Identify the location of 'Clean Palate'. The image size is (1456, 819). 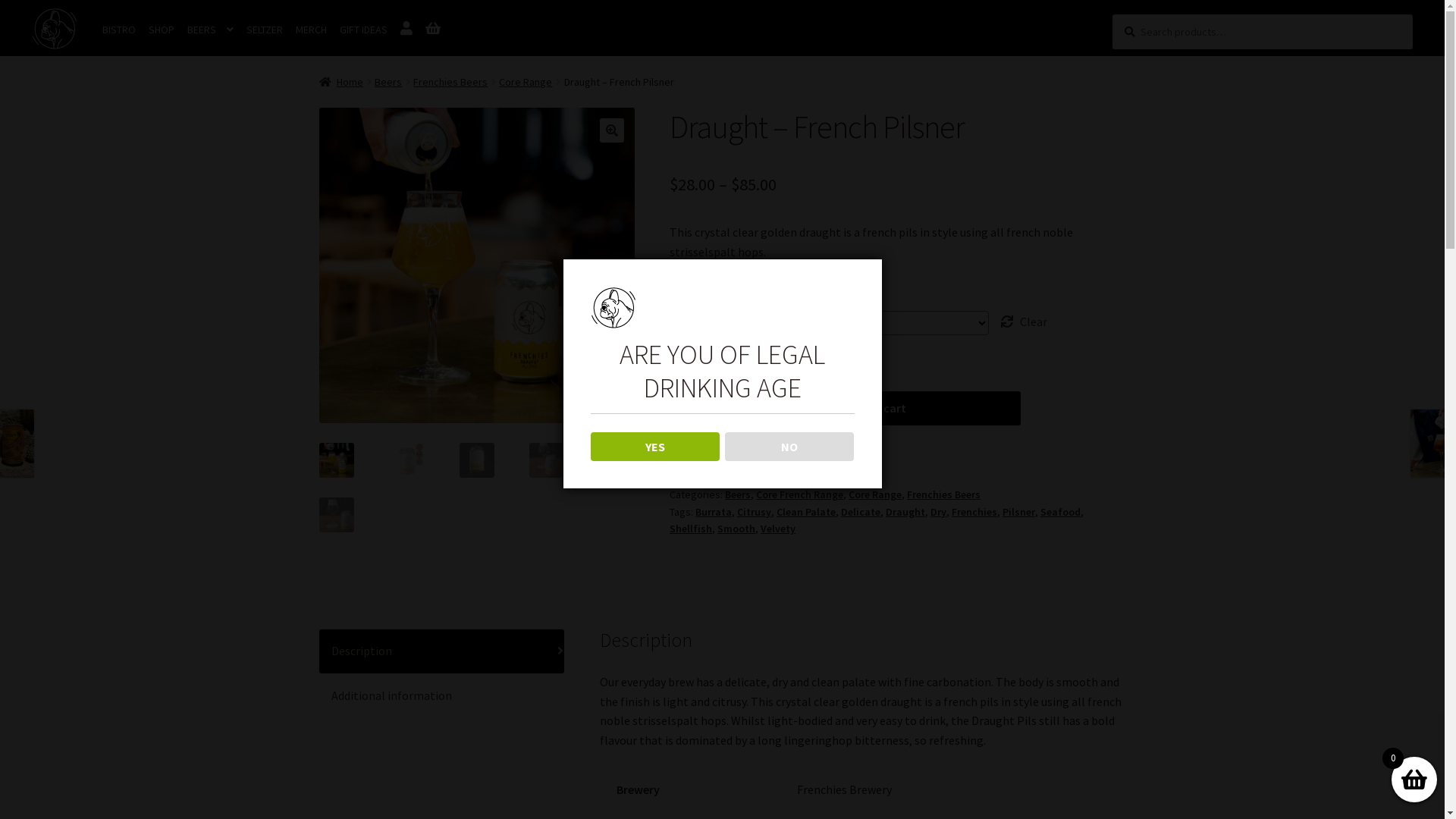
(805, 512).